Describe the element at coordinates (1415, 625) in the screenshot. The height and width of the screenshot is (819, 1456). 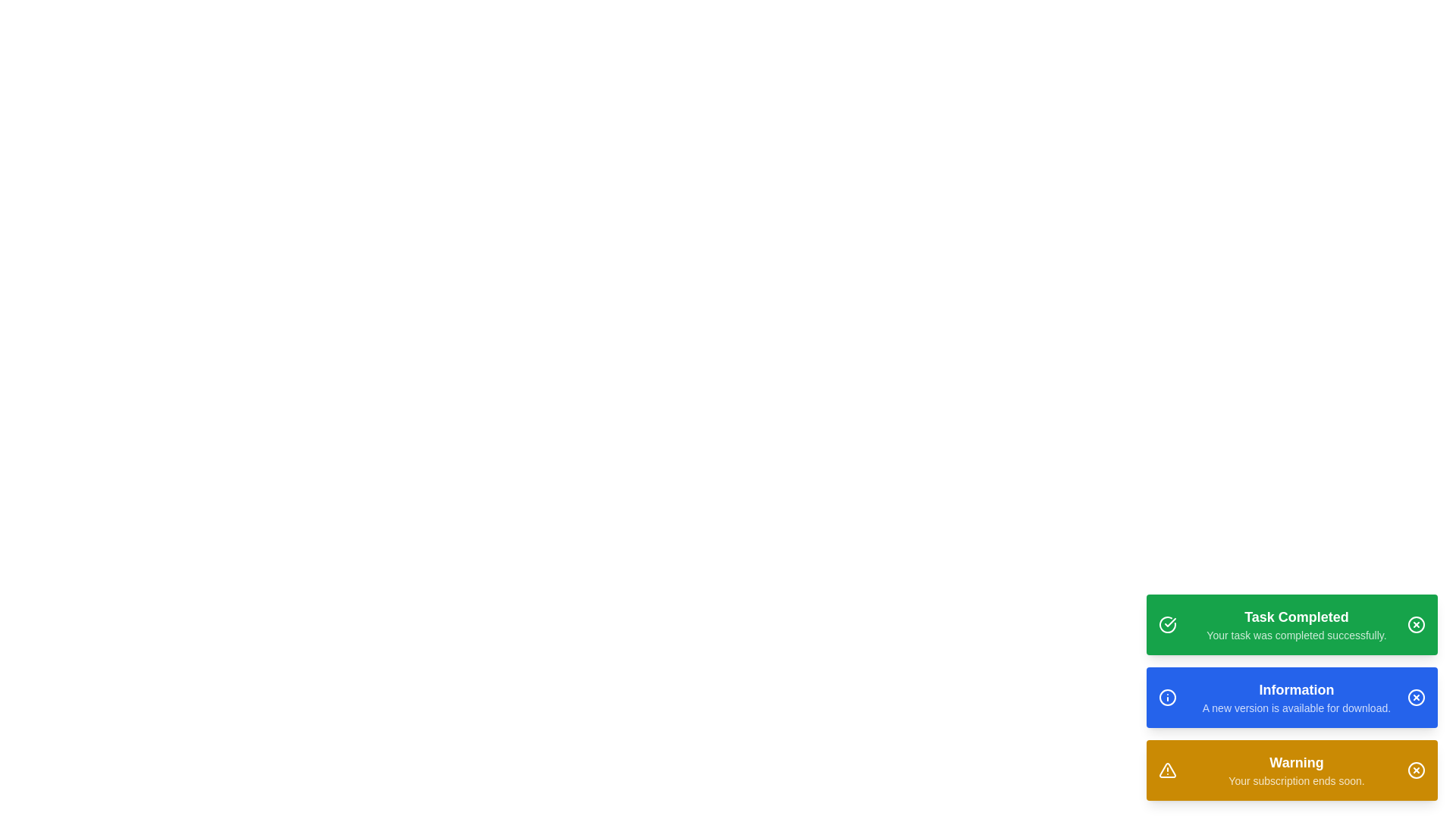
I see `the circular SVG element representing the close or dismiss action in the top-right corner of the green 'Task Completed' notification card` at that location.